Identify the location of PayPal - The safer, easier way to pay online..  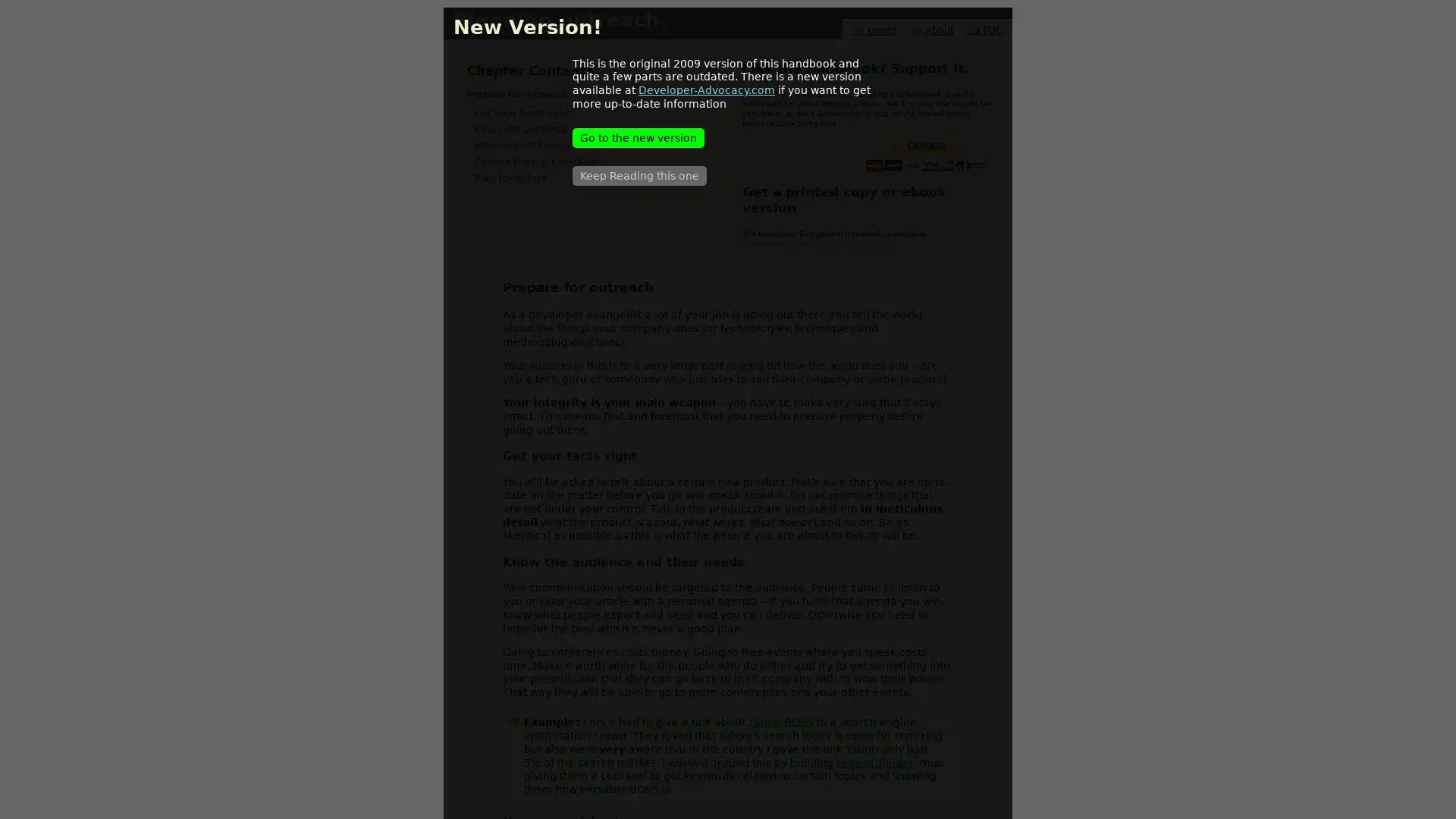
(926, 153).